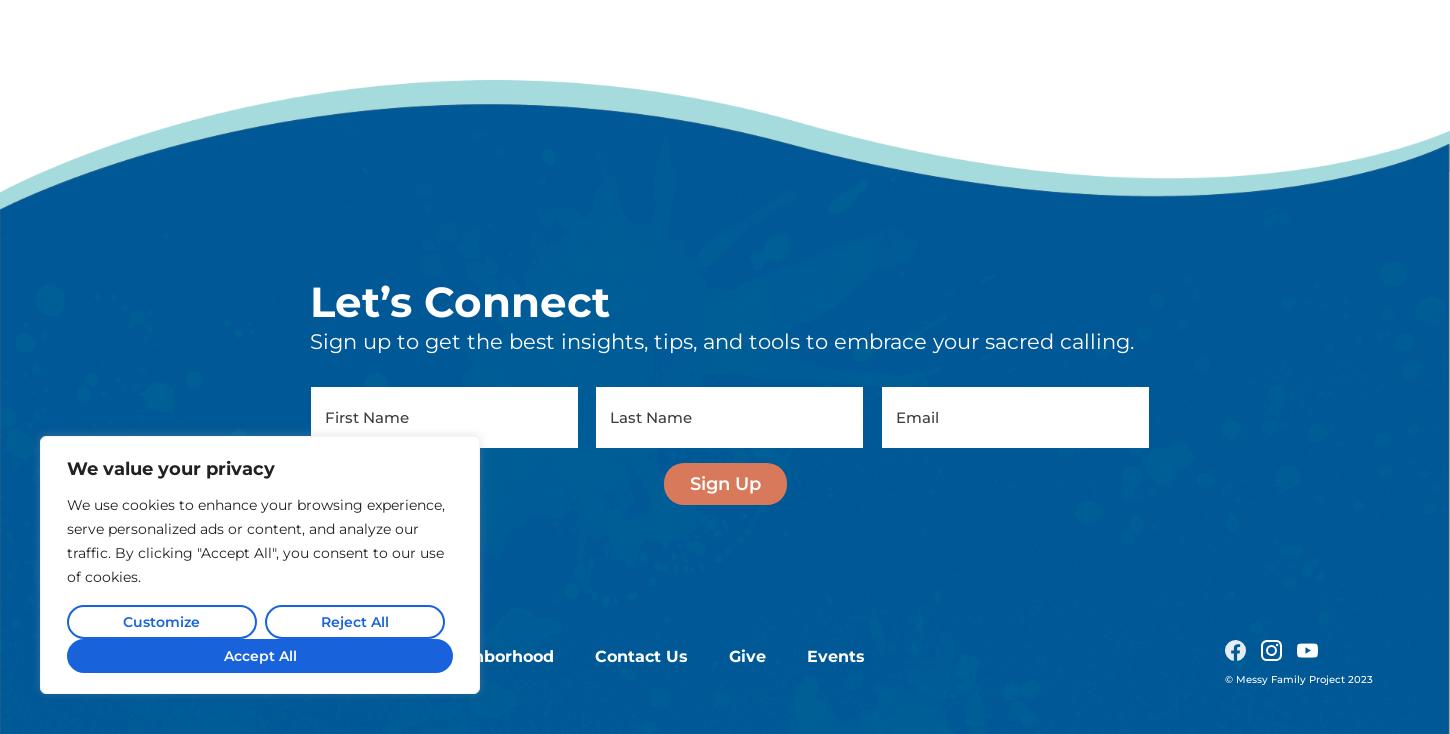  I want to click on 'Contact Us', so click(640, 454).